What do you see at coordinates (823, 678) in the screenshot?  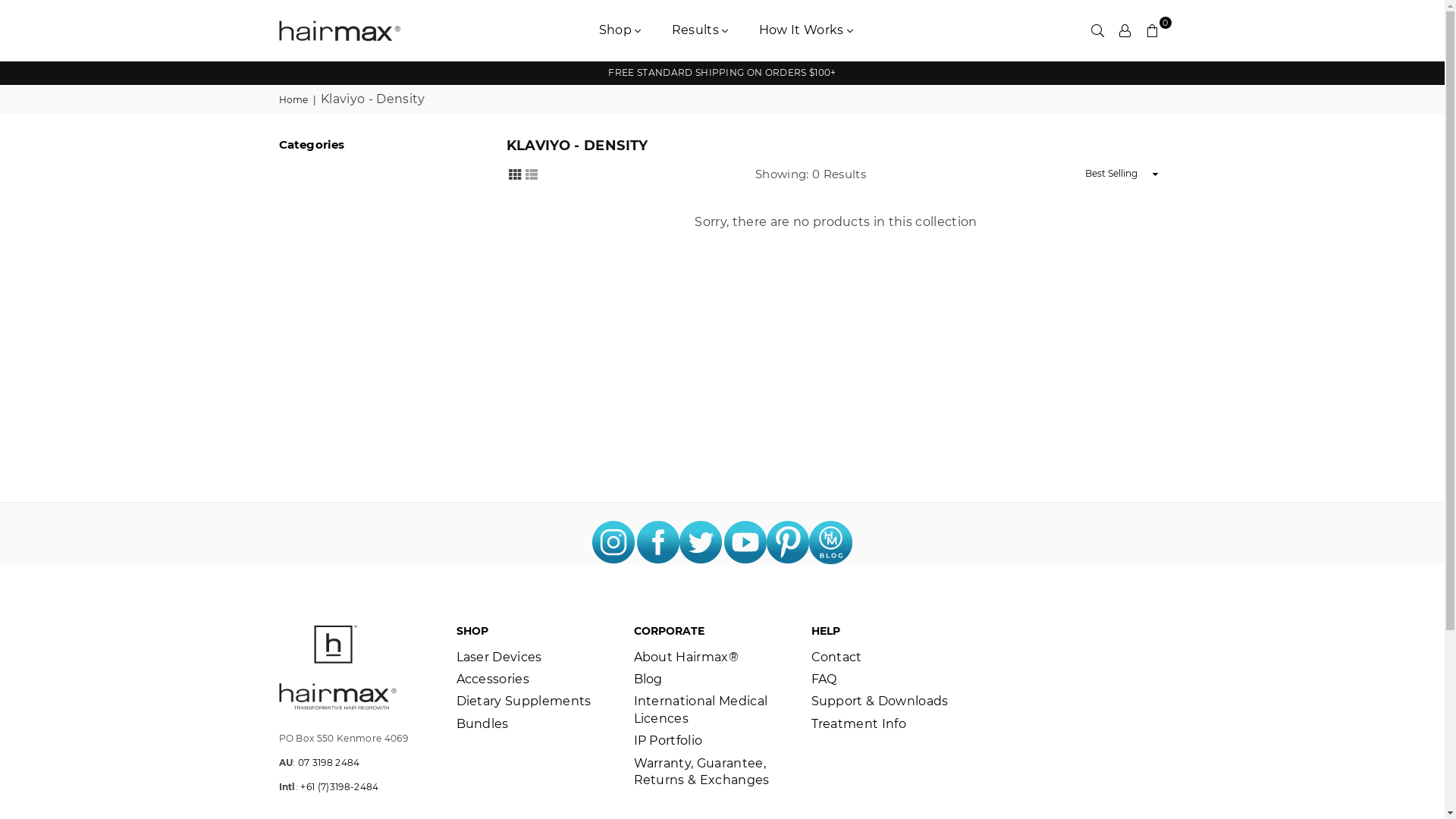 I see `'FAQ'` at bounding box center [823, 678].